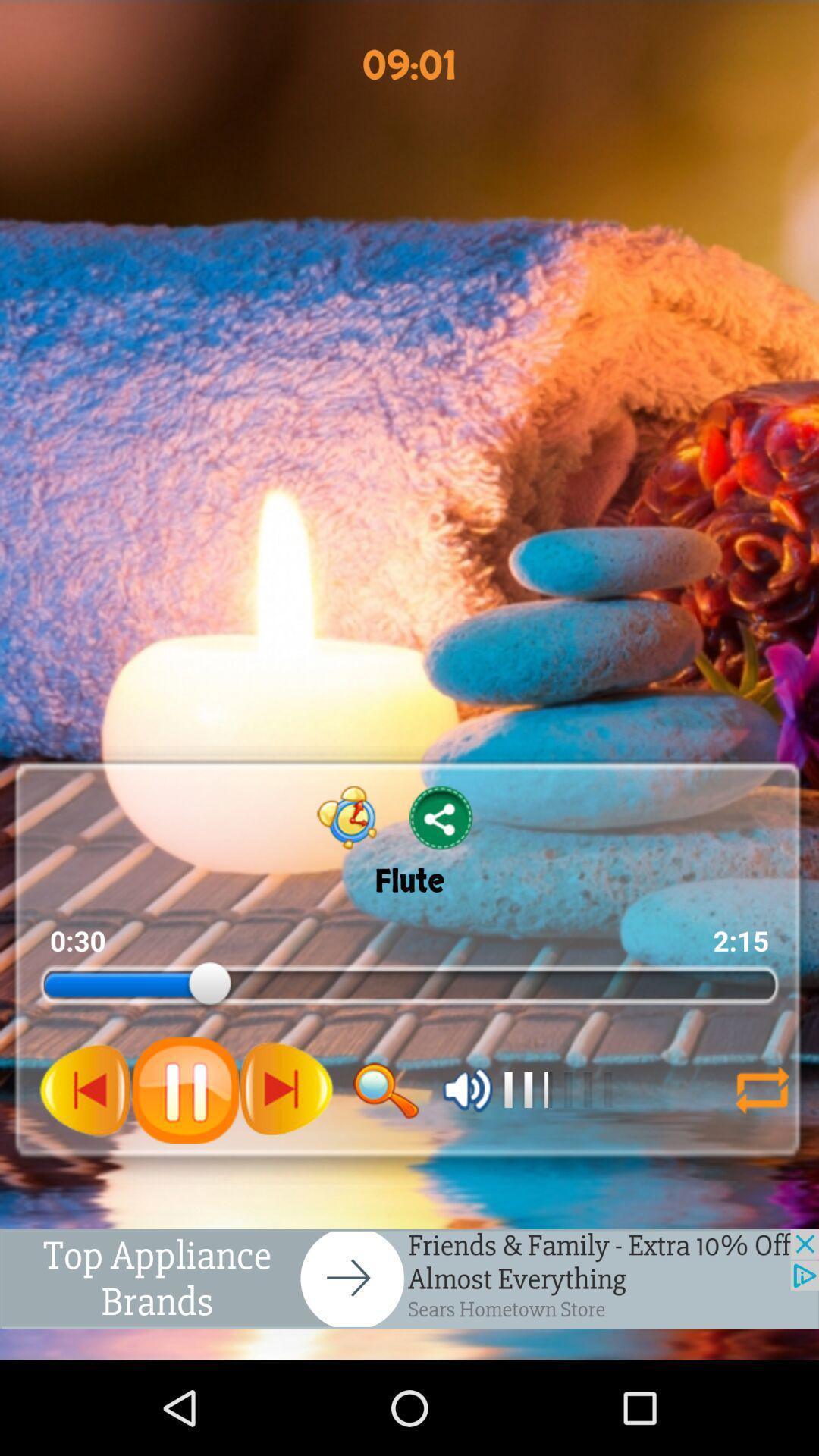  Describe the element at coordinates (184, 1090) in the screenshot. I see `pause button` at that location.